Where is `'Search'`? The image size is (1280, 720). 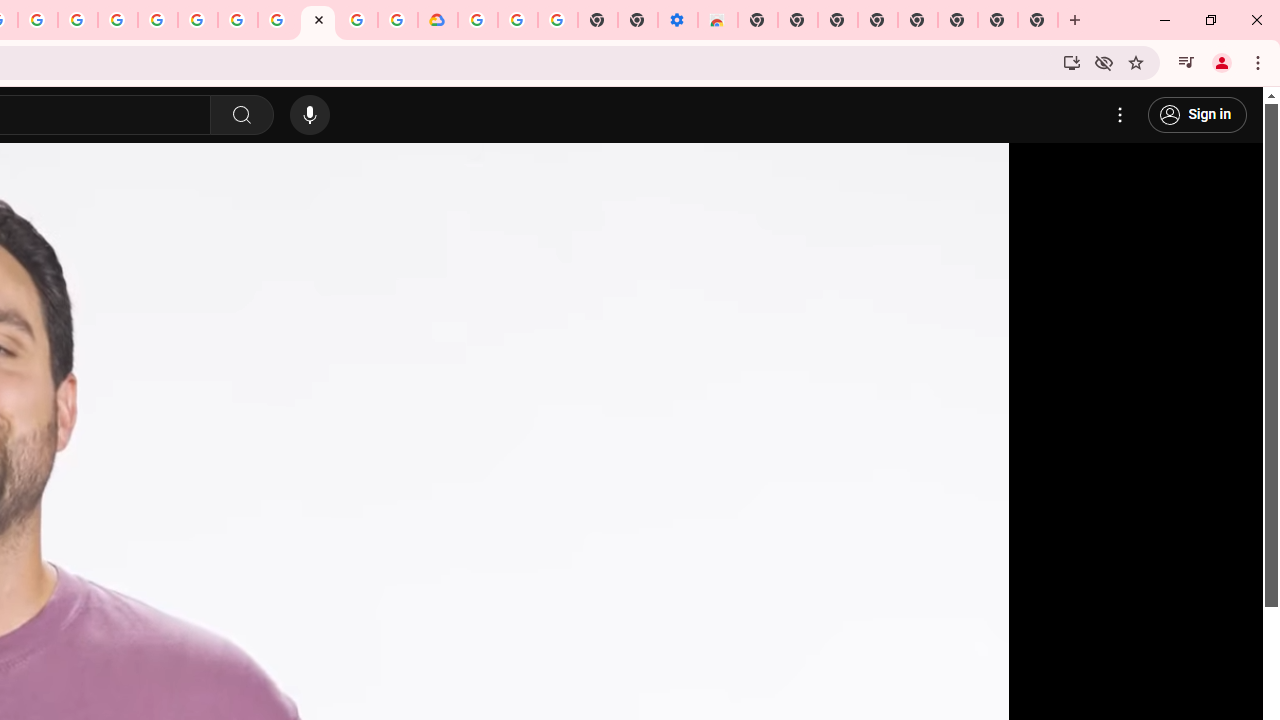
'Search' is located at coordinates (240, 115).